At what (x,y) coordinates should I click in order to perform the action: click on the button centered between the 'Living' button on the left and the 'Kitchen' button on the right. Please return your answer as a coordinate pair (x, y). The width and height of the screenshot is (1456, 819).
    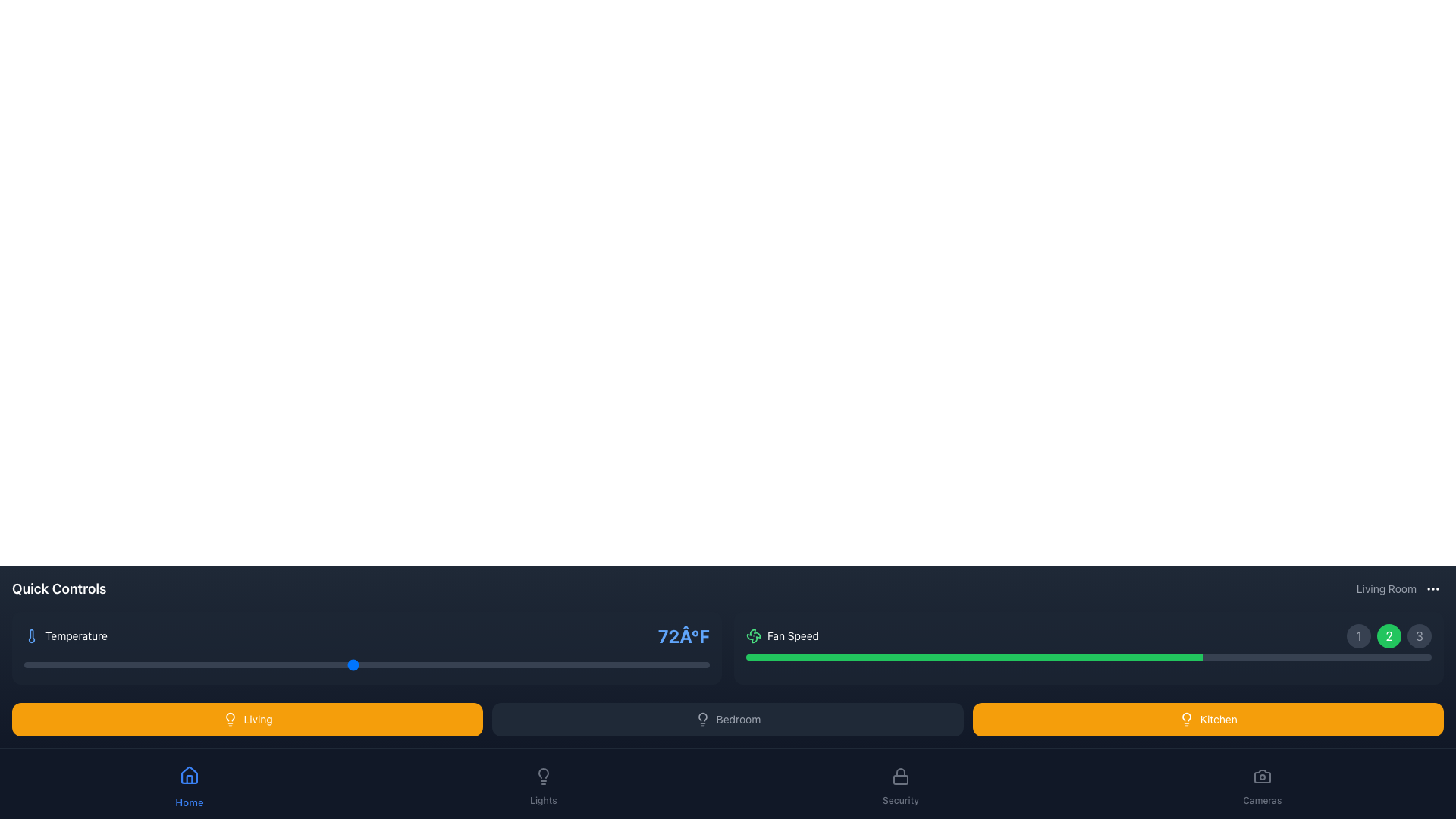
    Looking at the image, I should click on (728, 718).